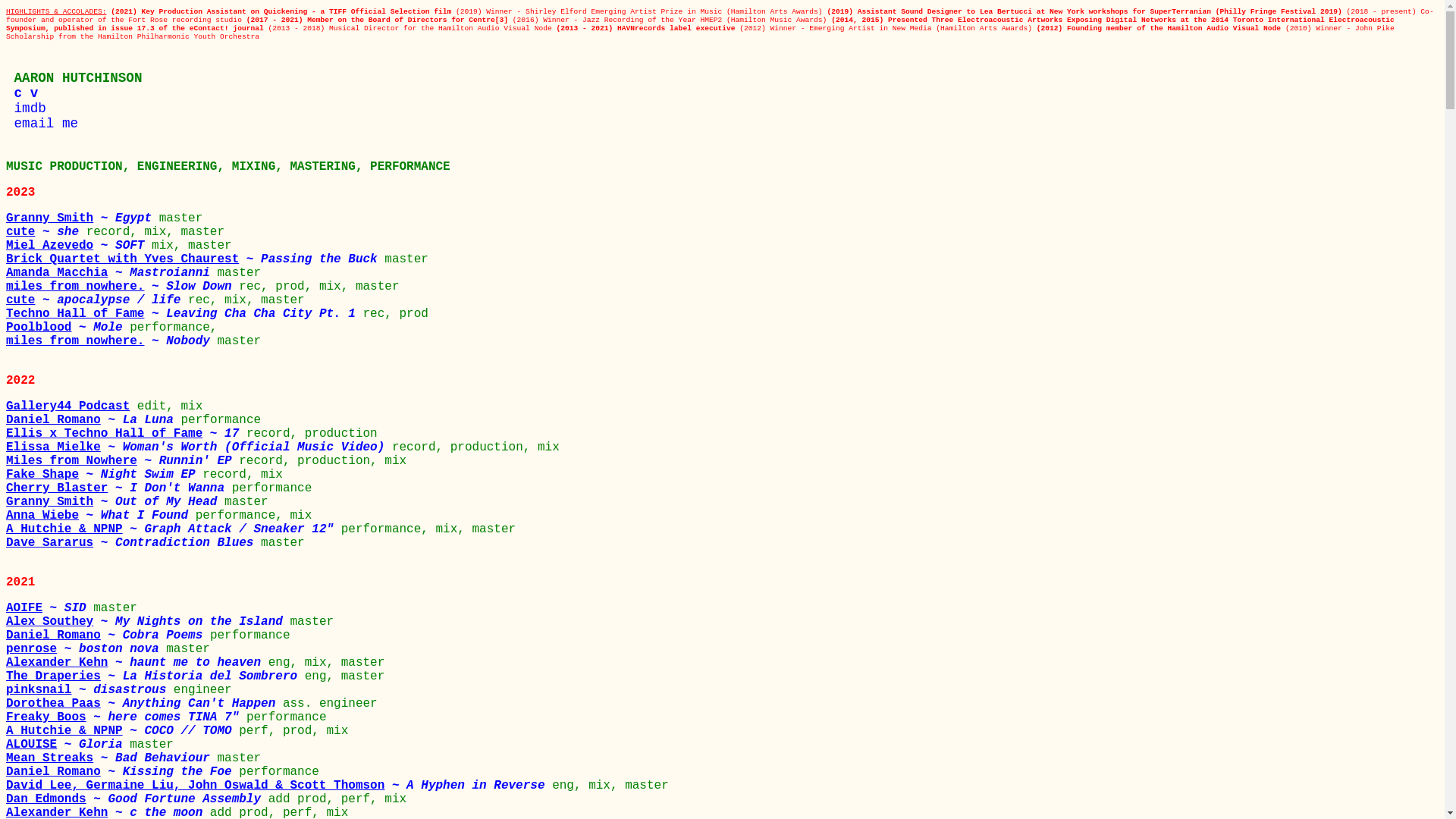  I want to click on 'Miles from Nowhere ~ Runnin' EP', so click(122, 460).